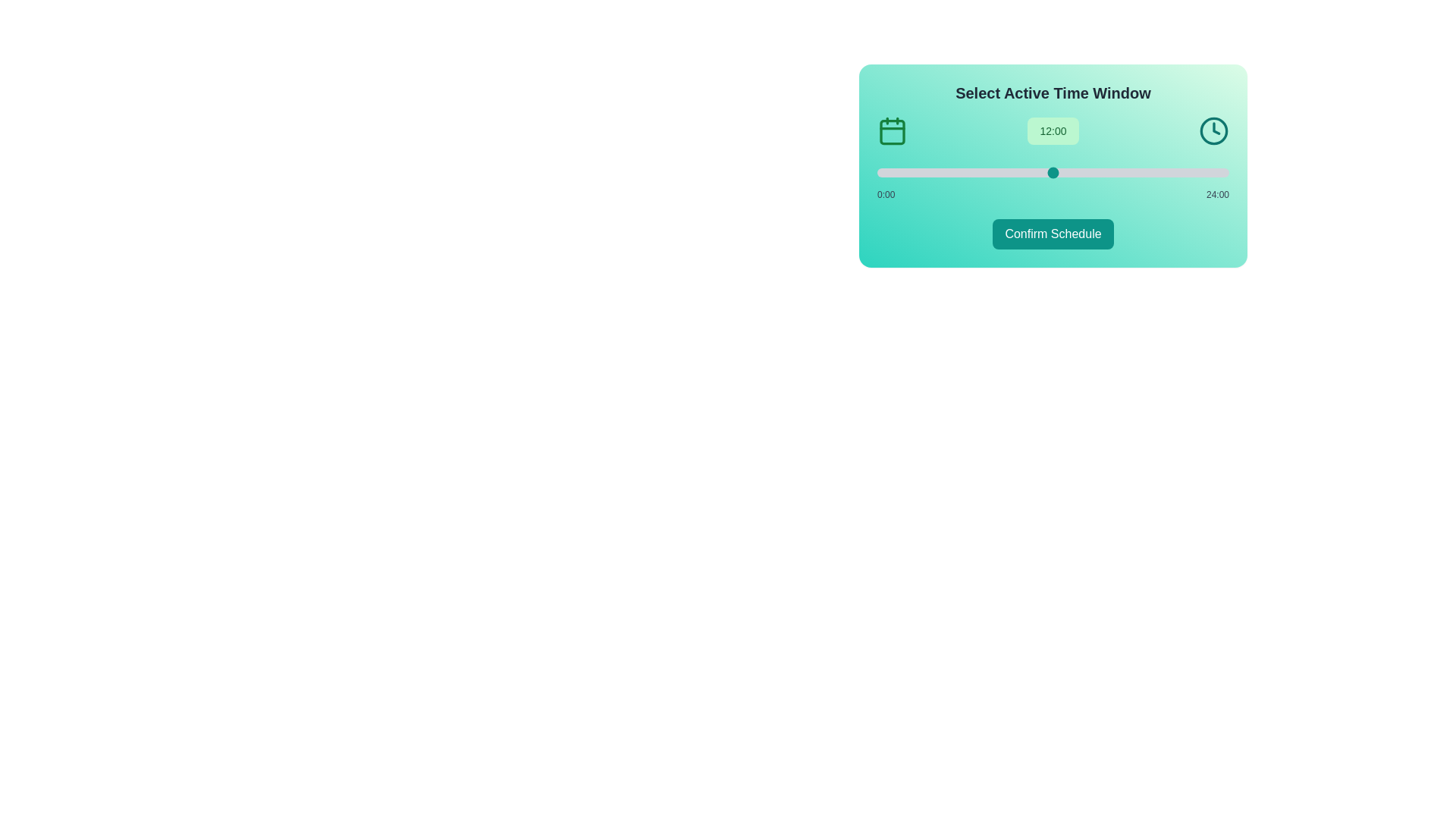  What do you see at coordinates (906, 171) in the screenshot?
I see `the slider to set the time to 2 hours` at bounding box center [906, 171].